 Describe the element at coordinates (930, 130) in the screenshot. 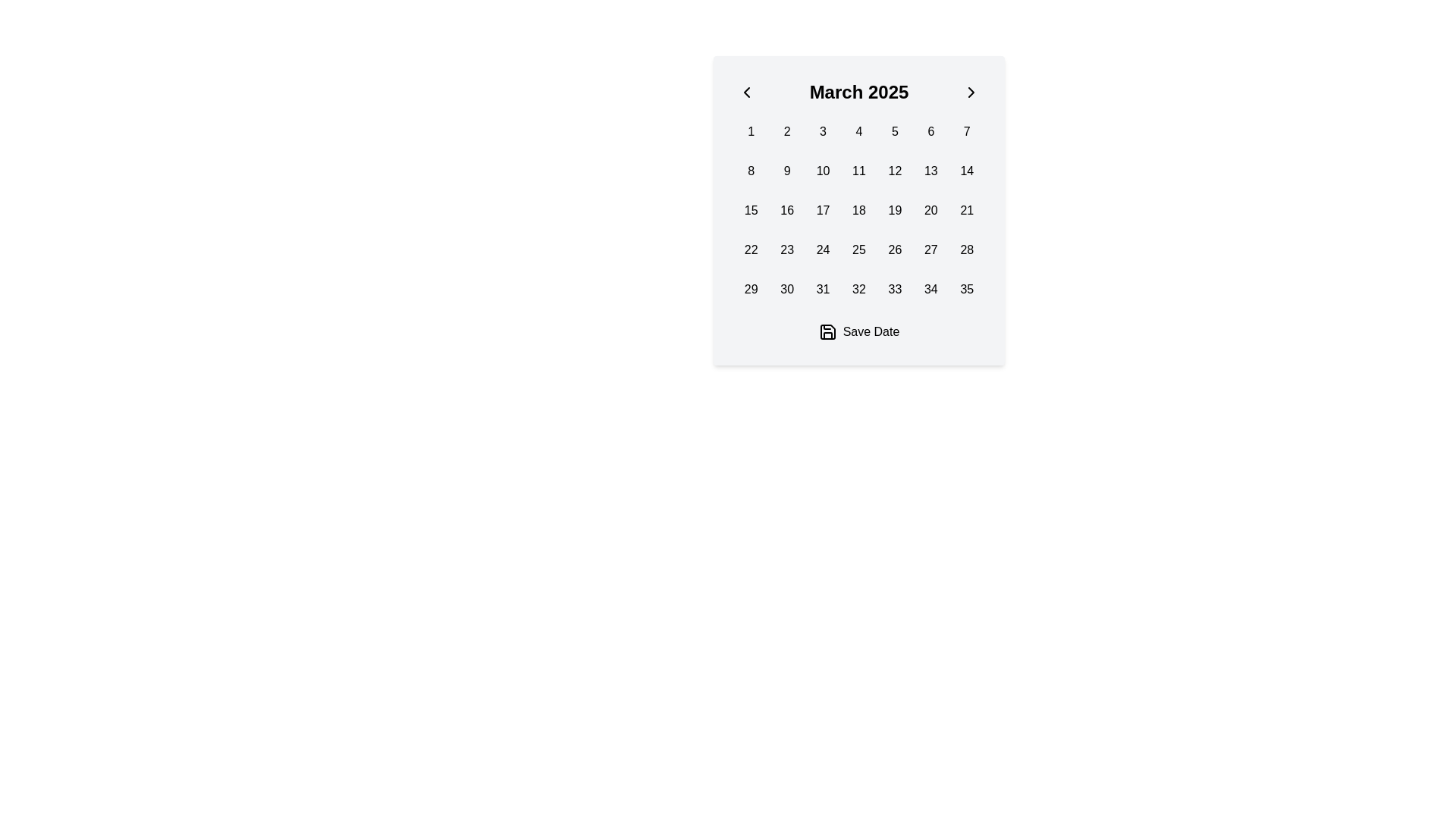

I see `the button representing the date '6' on the calendar` at that location.